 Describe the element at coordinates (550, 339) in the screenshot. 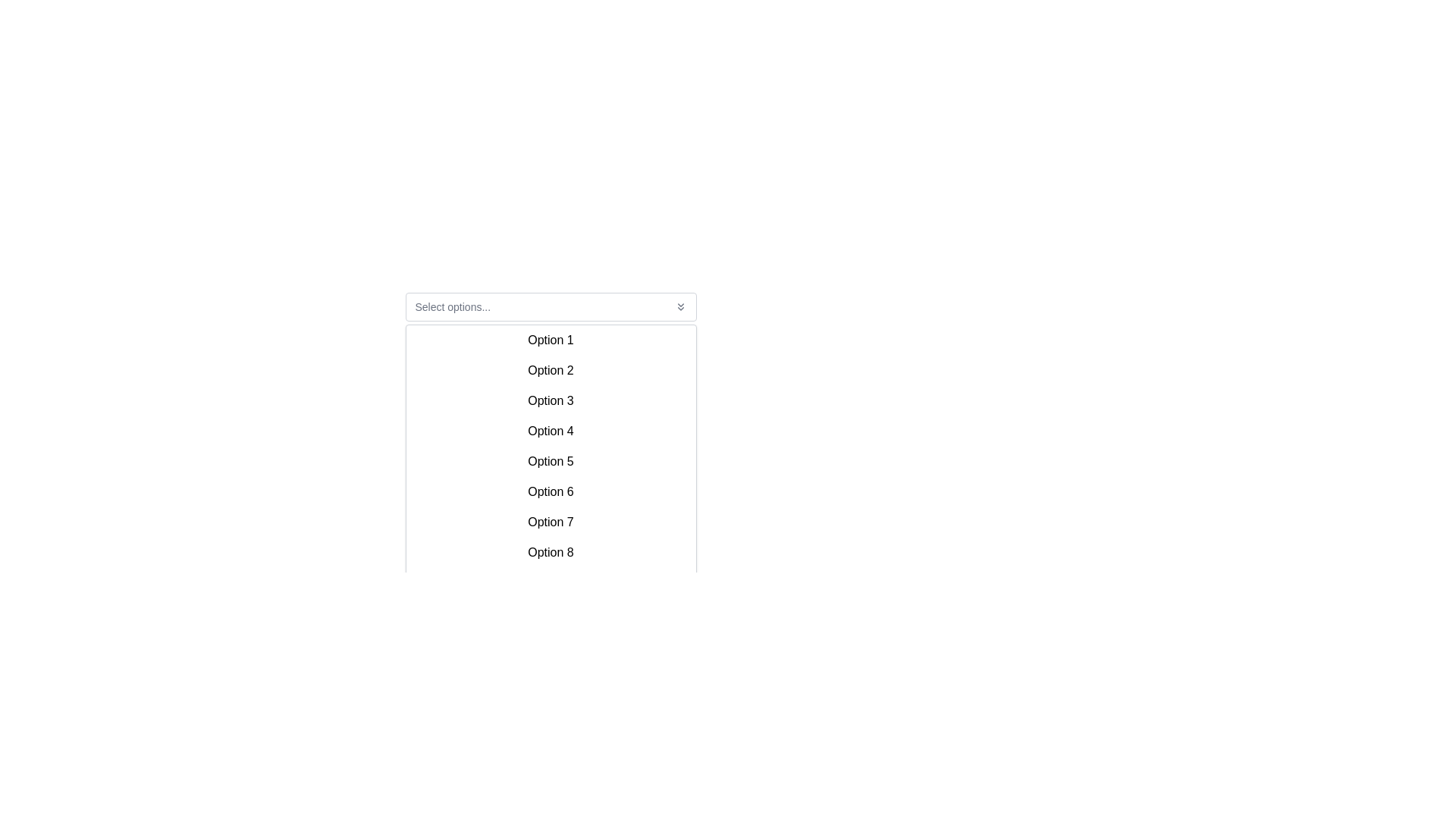

I see `the Dropdown option labeled 'Option 1'` at that location.